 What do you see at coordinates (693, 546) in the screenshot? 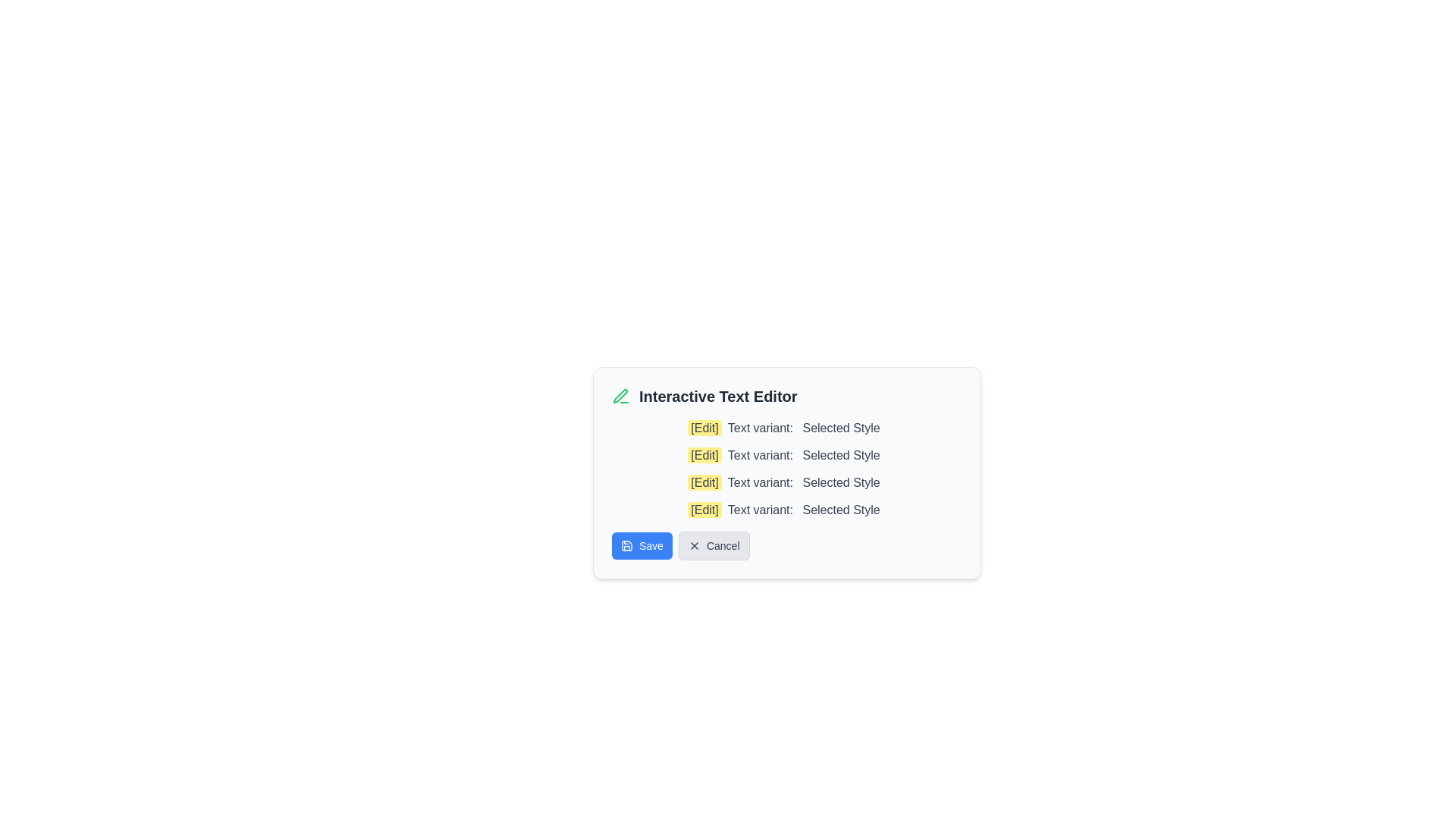
I see `the small 'X' icon located within the 'Cancel' button` at bounding box center [693, 546].